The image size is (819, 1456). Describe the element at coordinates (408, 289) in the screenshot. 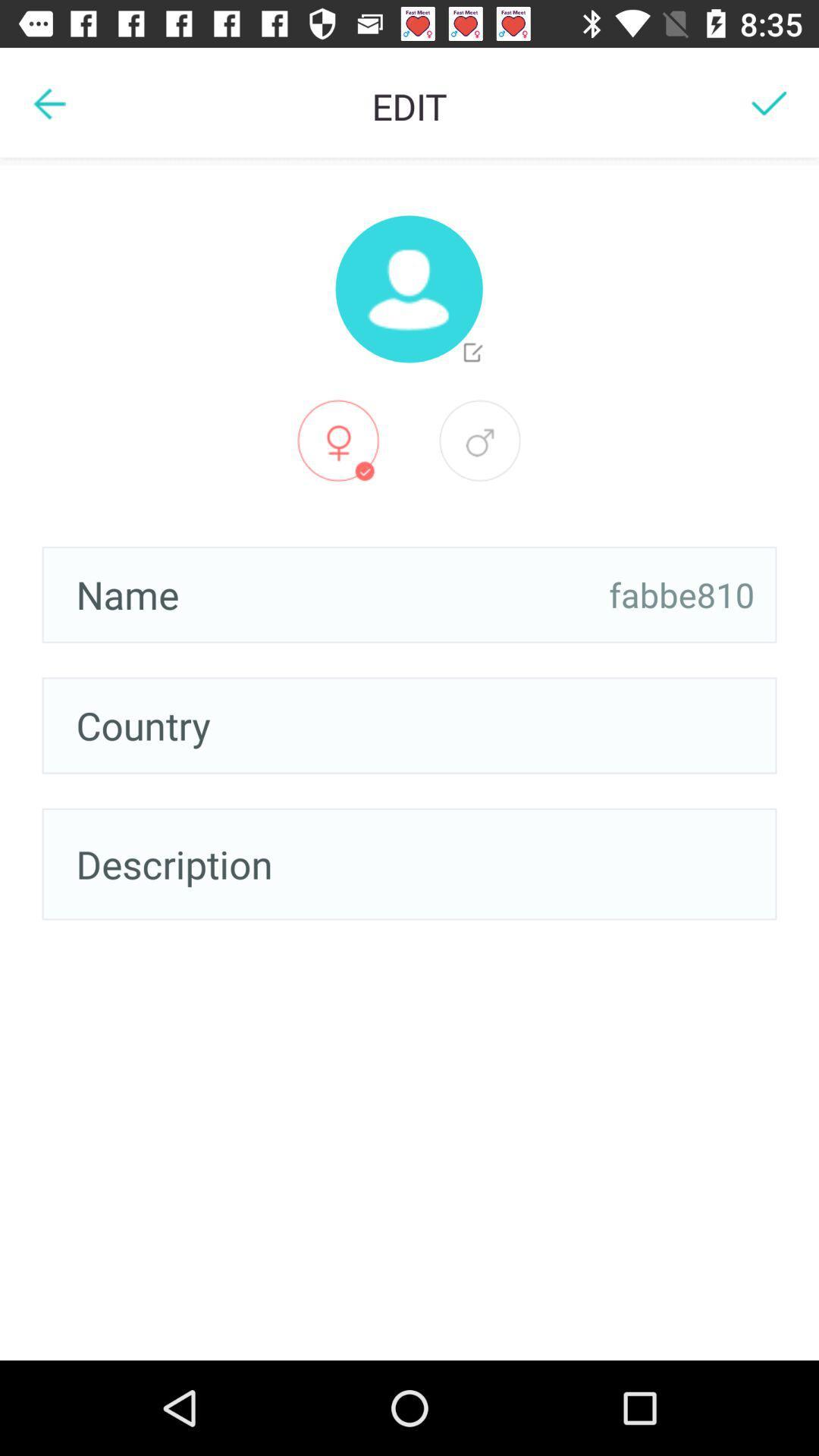

I see `a profile photo` at that location.